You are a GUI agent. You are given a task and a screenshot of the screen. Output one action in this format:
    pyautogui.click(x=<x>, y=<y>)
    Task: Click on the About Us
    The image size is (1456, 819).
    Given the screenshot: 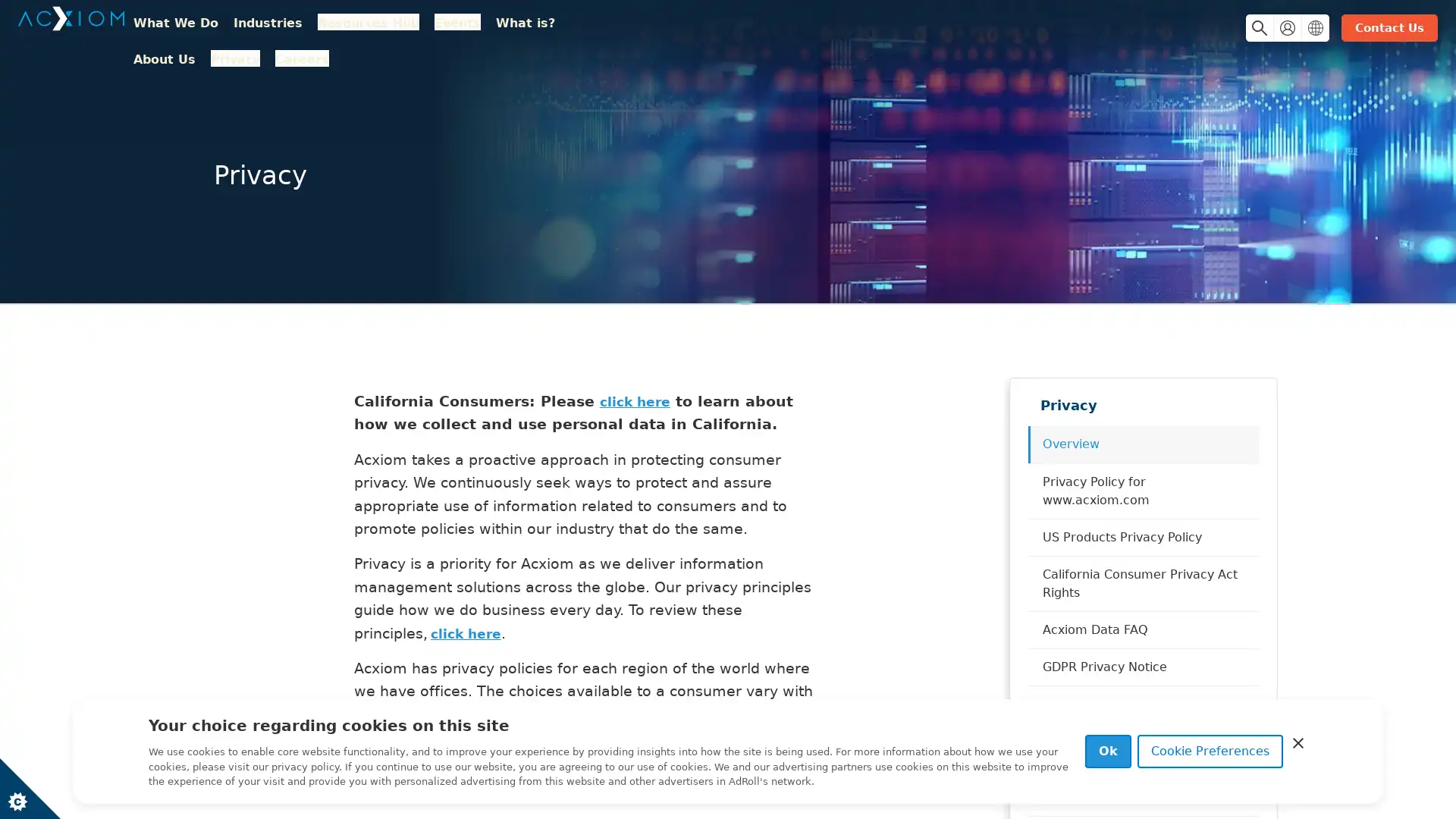 What is the action you would take?
    pyautogui.click(x=622, y=31)
    